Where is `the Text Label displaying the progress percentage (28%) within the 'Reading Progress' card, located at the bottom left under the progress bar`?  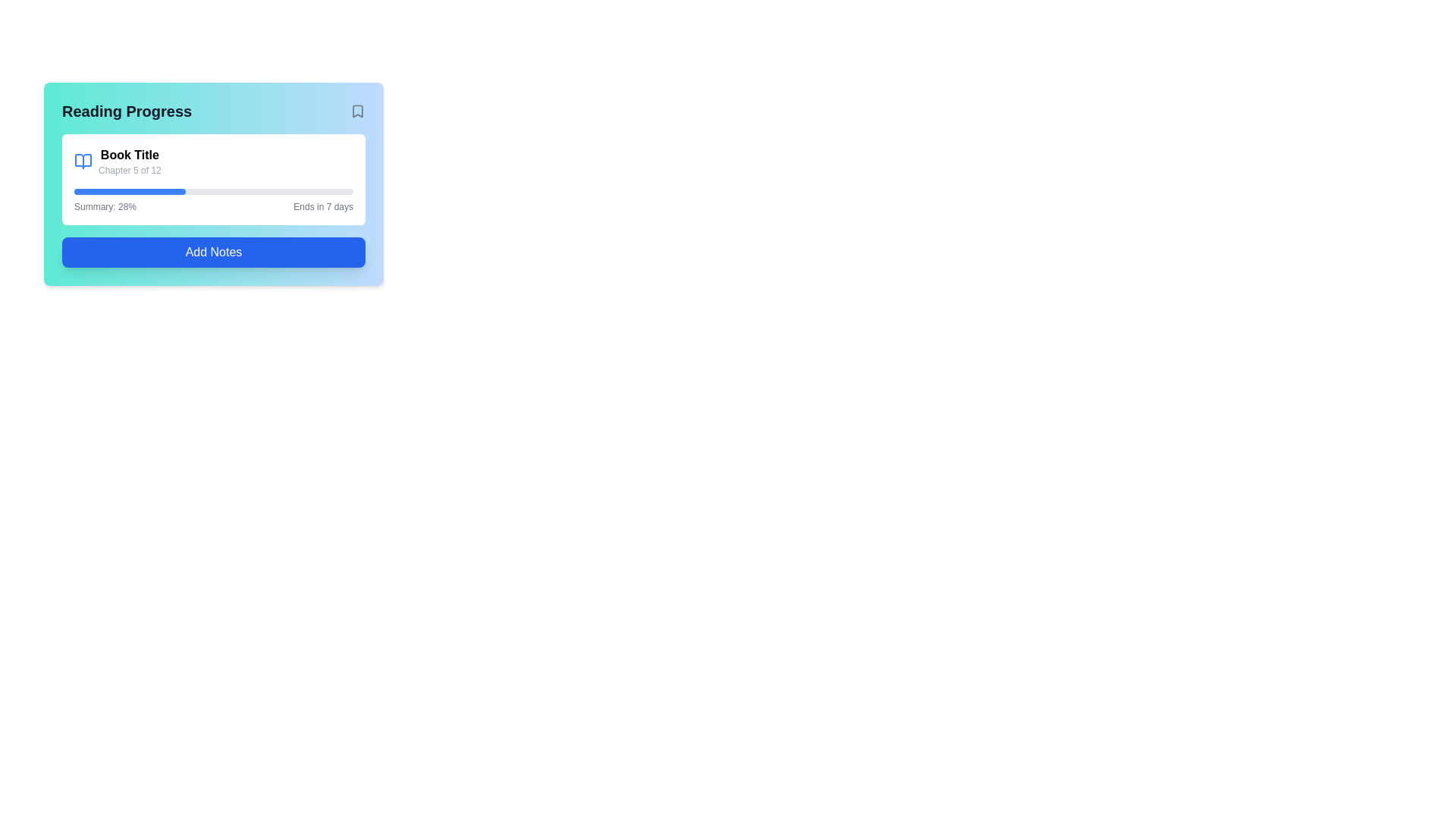
the Text Label displaying the progress percentage (28%) within the 'Reading Progress' card, located at the bottom left under the progress bar is located at coordinates (105, 207).